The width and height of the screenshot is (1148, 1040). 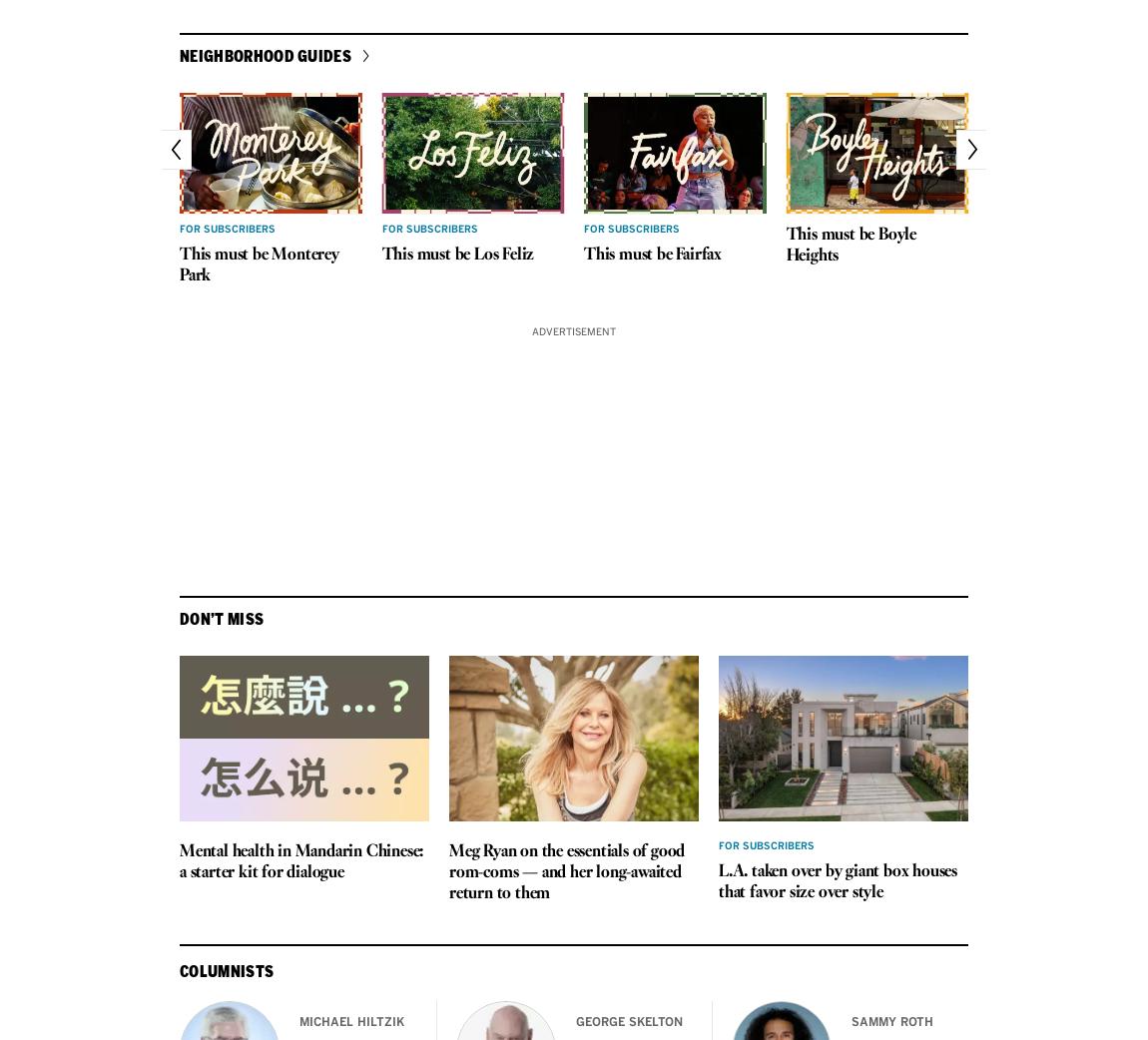 I want to click on 'Columnists', so click(x=226, y=970).